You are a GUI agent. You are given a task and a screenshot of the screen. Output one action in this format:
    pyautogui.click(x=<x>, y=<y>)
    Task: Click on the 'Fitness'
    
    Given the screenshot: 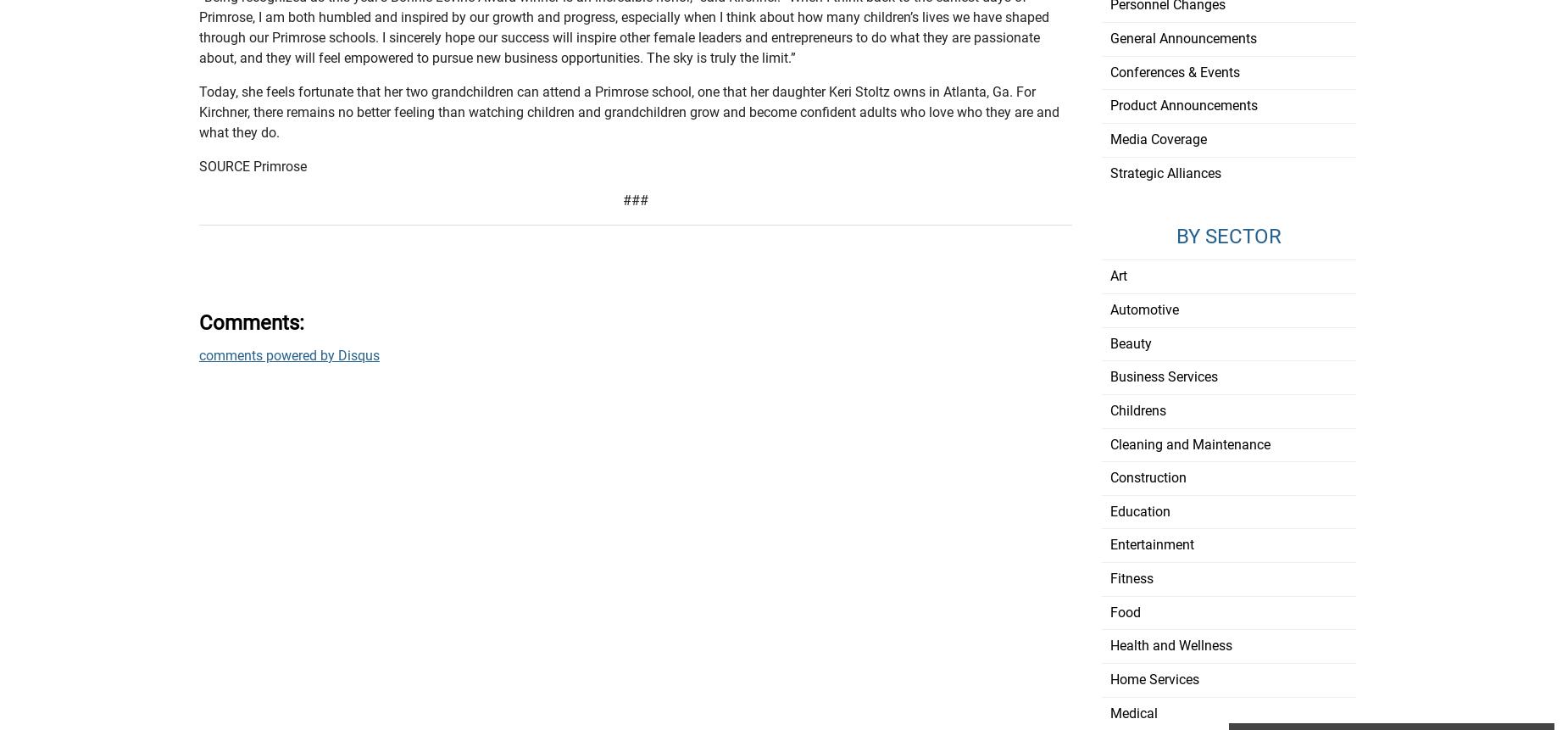 What is the action you would take?
    pyautogui.click(x=1131, y=577)
    